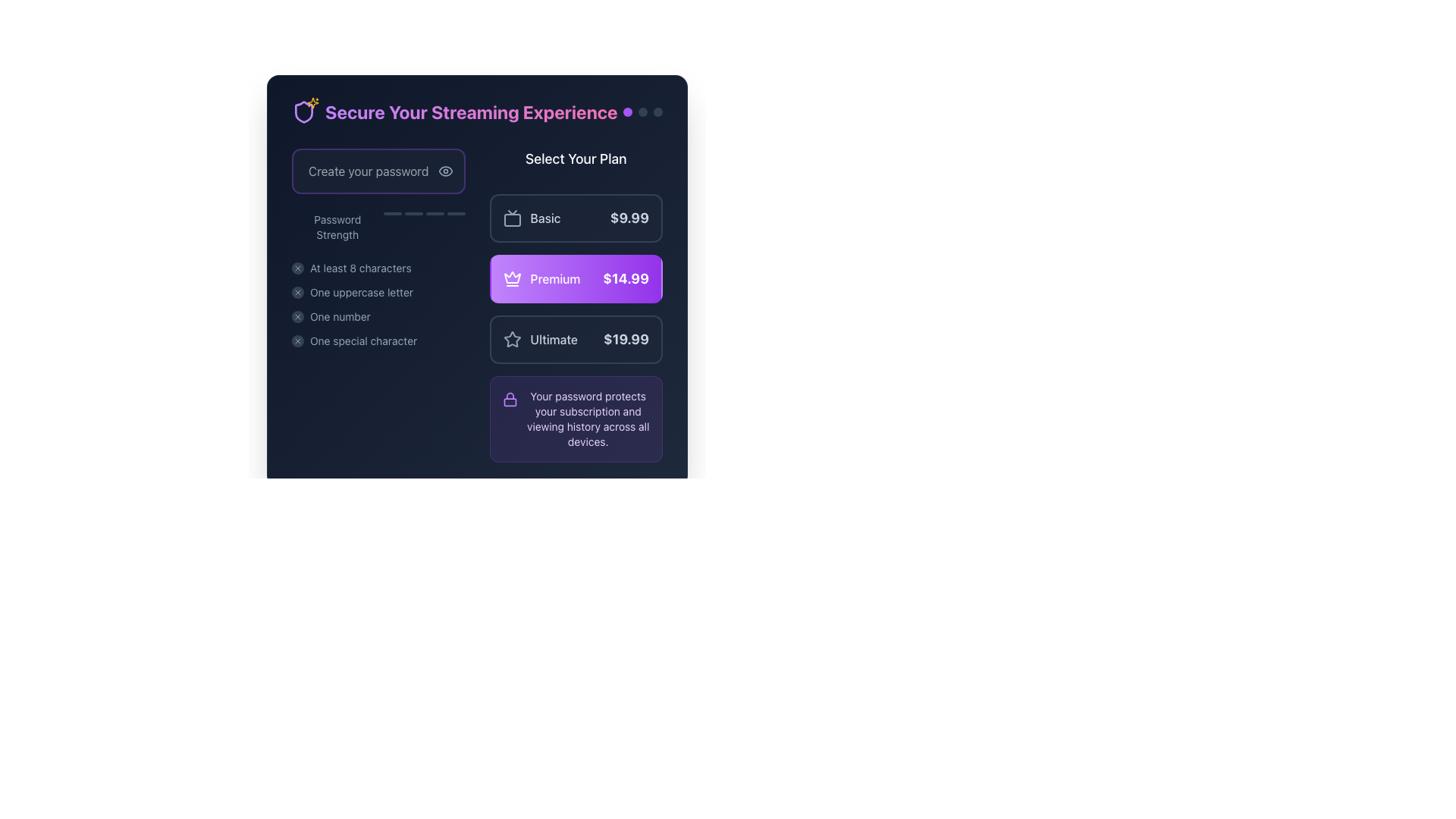 The width and height of the screenshot is (1456, 819). Describe the element at coordinates (378, 292) in the screenshot. I see `keyboard navigation` at that location.